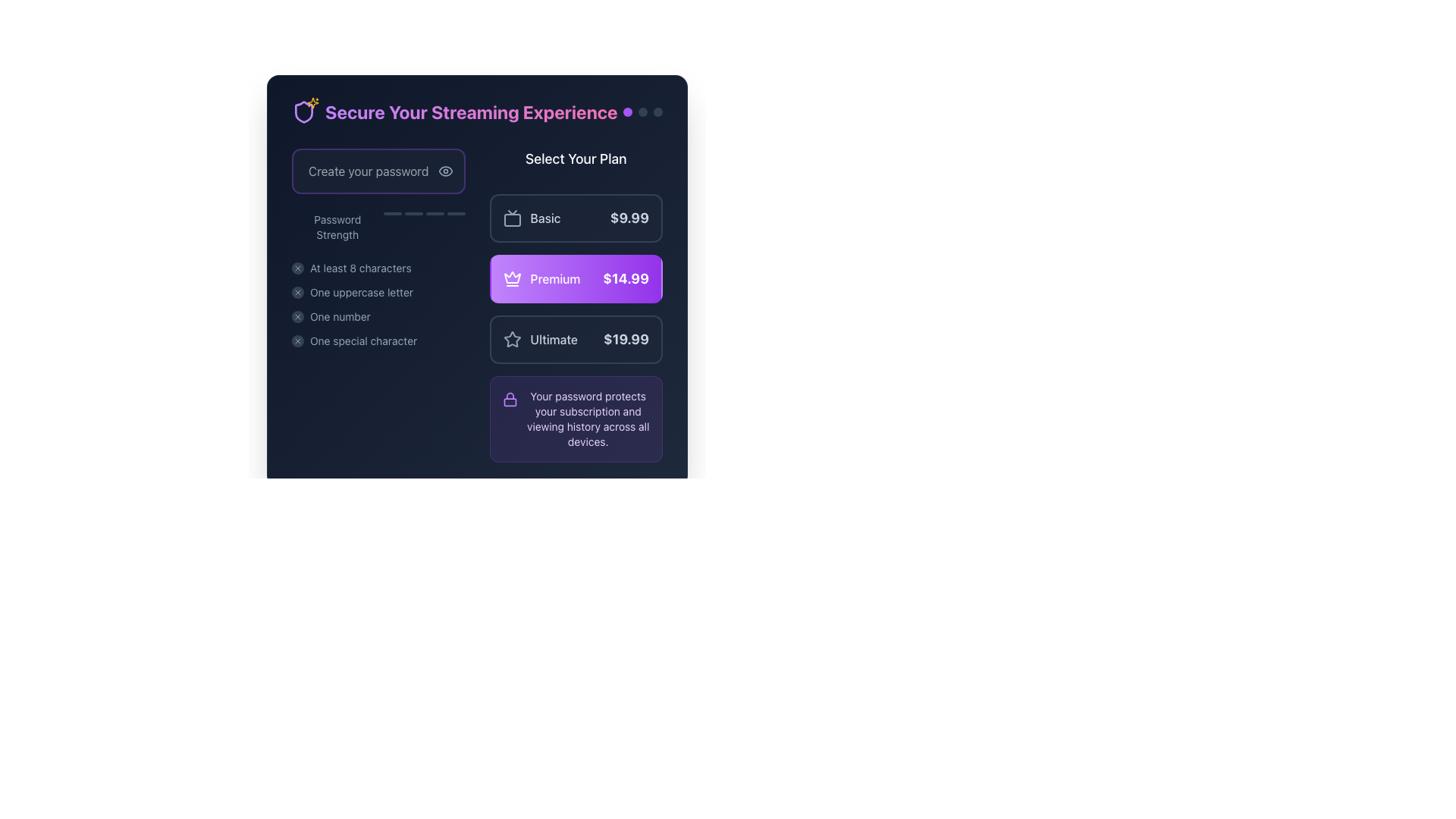 The width and height of the screenshot is (1456, 819). Describe the element at coordinates (378, 292) in the screenshot. I see `keyboard navigation` at that location.